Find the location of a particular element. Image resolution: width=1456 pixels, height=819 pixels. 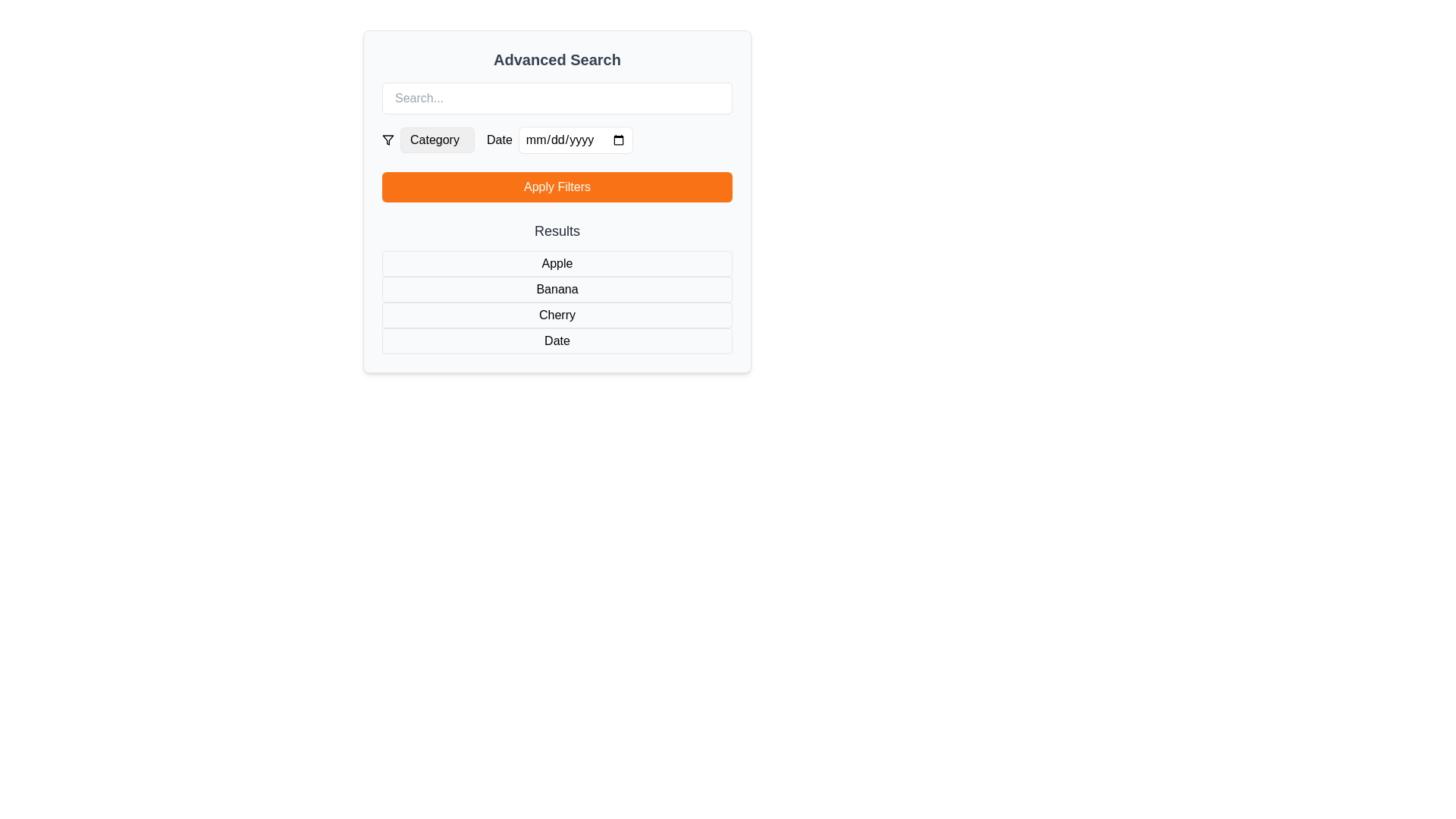

the 'Banana' button, the second element in the results list, to trigger its hover effects is located at coordinates (556, 287).